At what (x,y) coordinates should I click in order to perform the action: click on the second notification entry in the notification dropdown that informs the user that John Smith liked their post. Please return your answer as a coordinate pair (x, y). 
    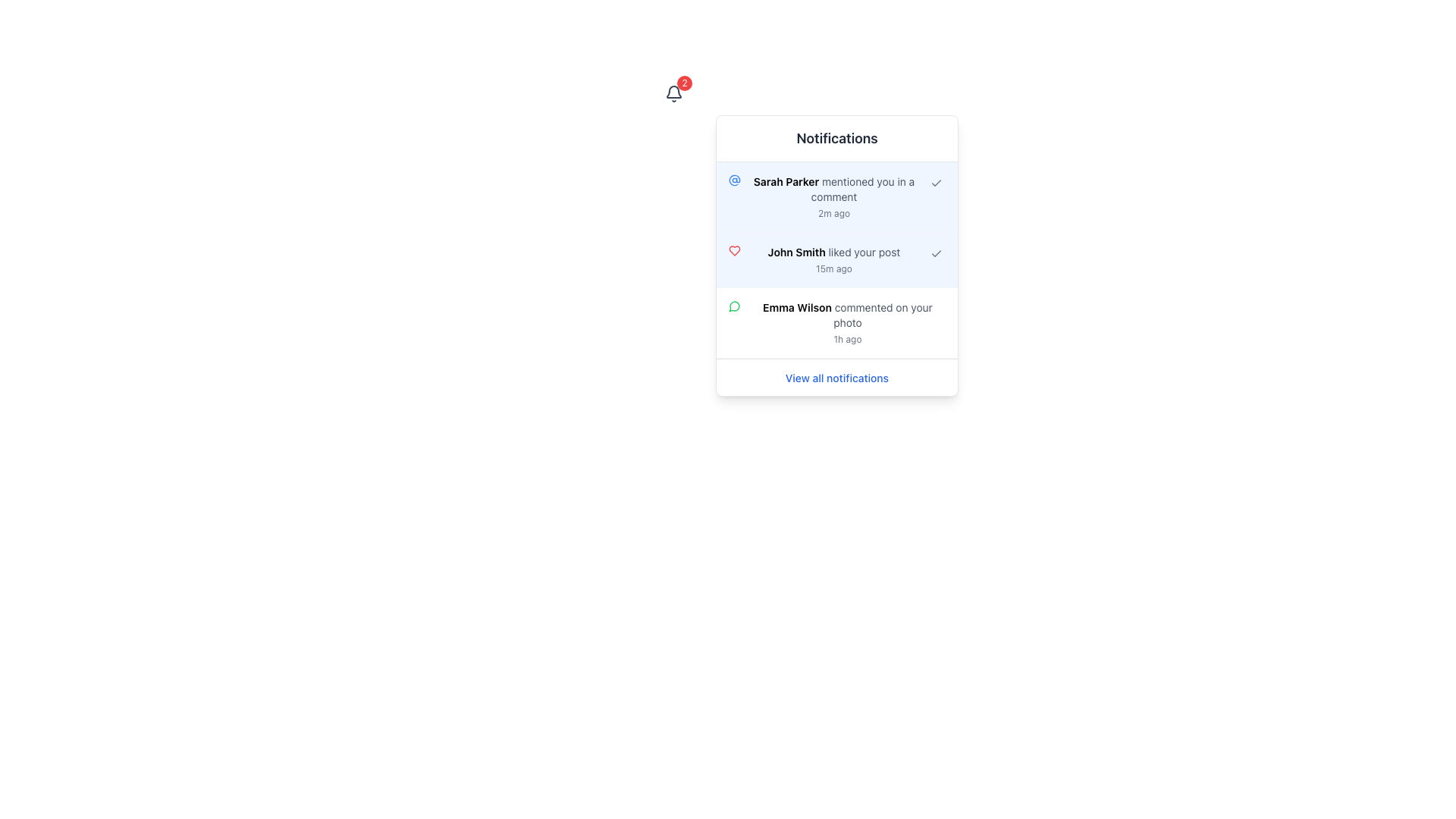
    Looking at the image, I should click on (836, 259).